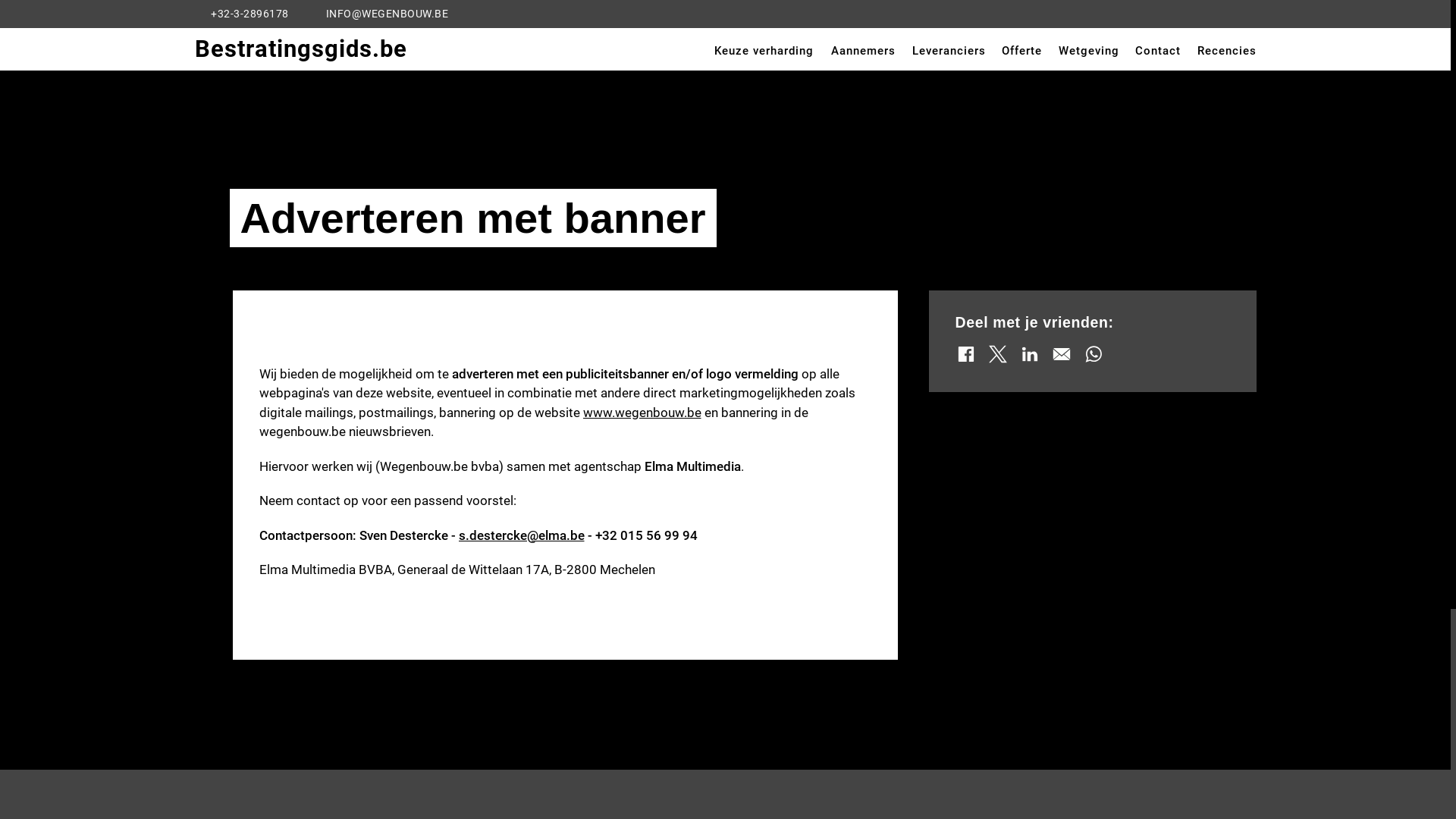 This screenshot has height=819, width=1456. Describe the element at coordinates (300, 49) in the screenshot. I see `'Bestratingsgids.be'` at that location.